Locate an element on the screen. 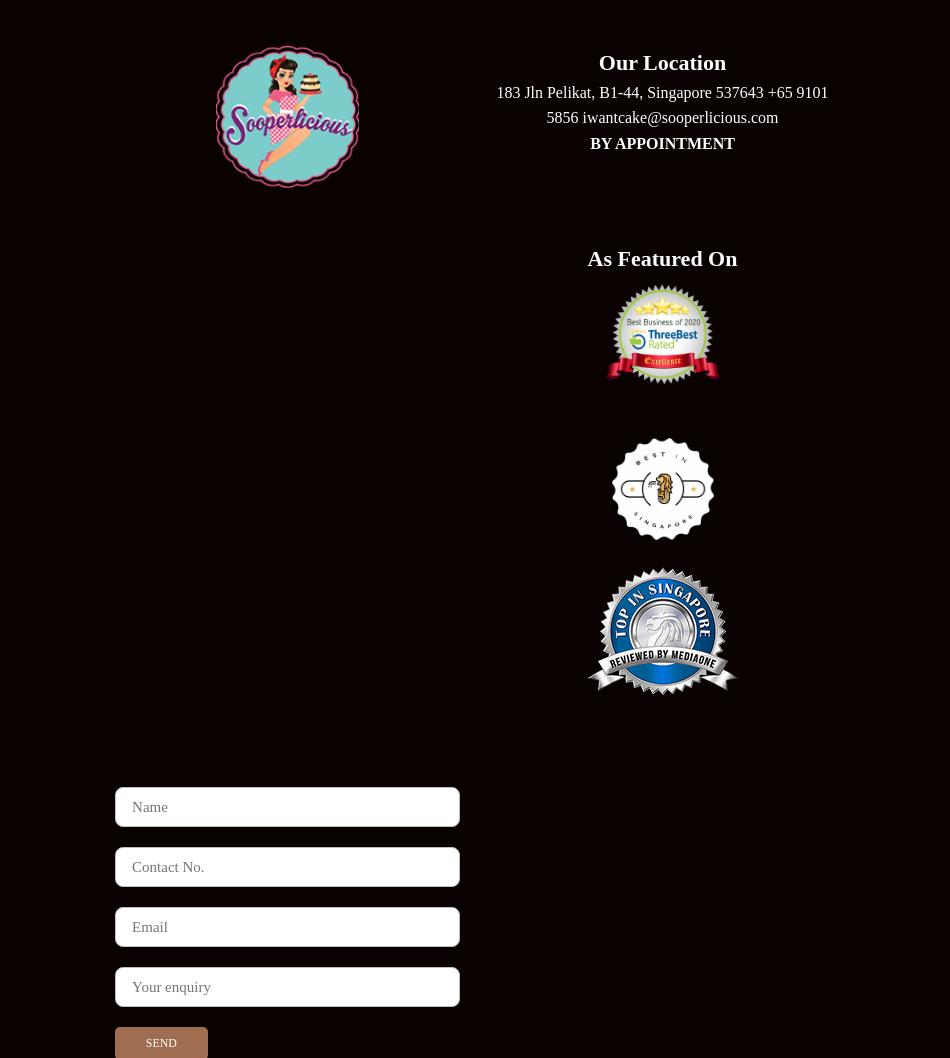  'Teaching' is located at coordinates (473, 928).